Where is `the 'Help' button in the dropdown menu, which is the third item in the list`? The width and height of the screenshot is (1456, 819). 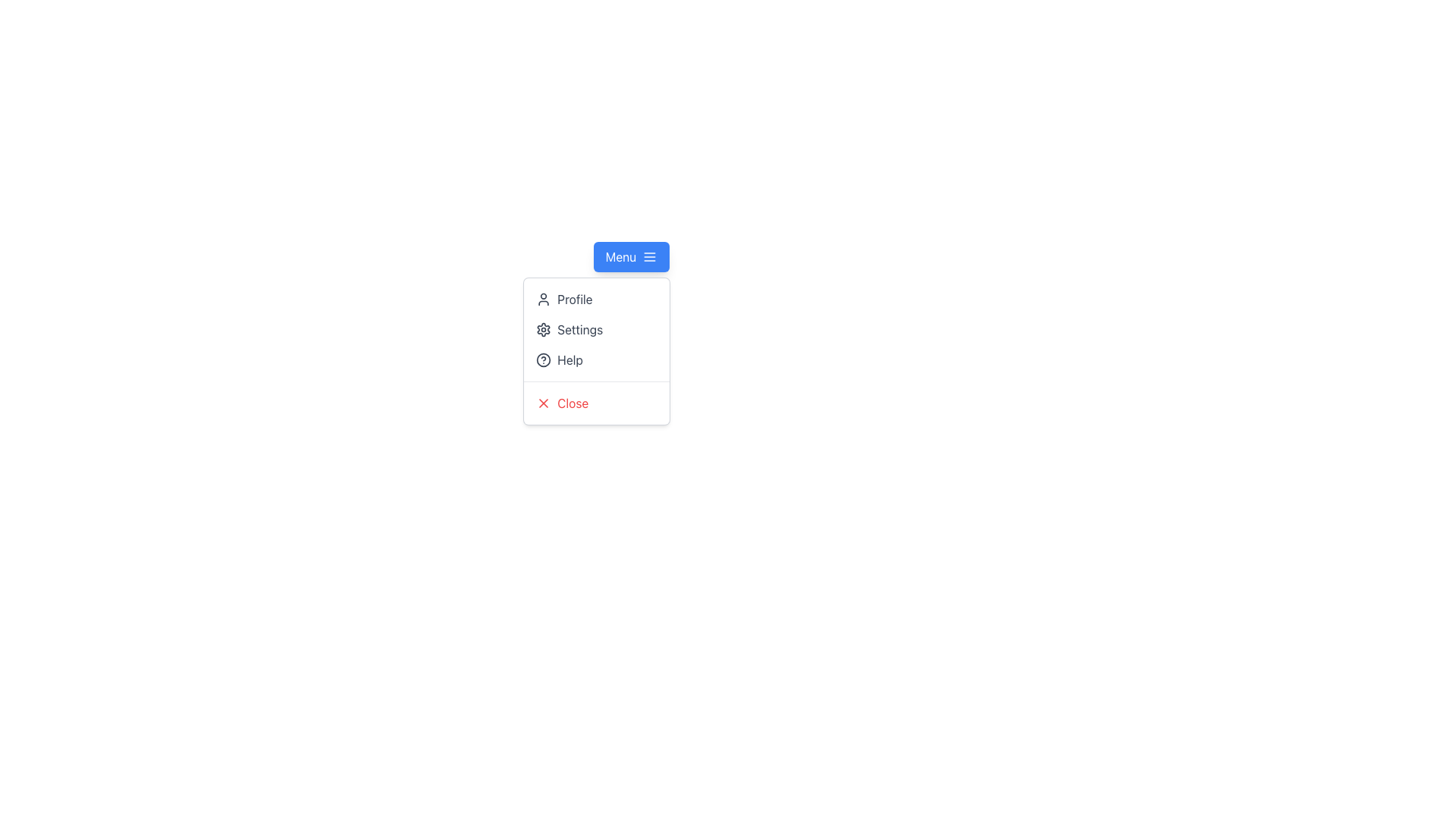 the 'Help' button in the dropdown menu, which is the third item in the list is located at coordinates (596, 359).